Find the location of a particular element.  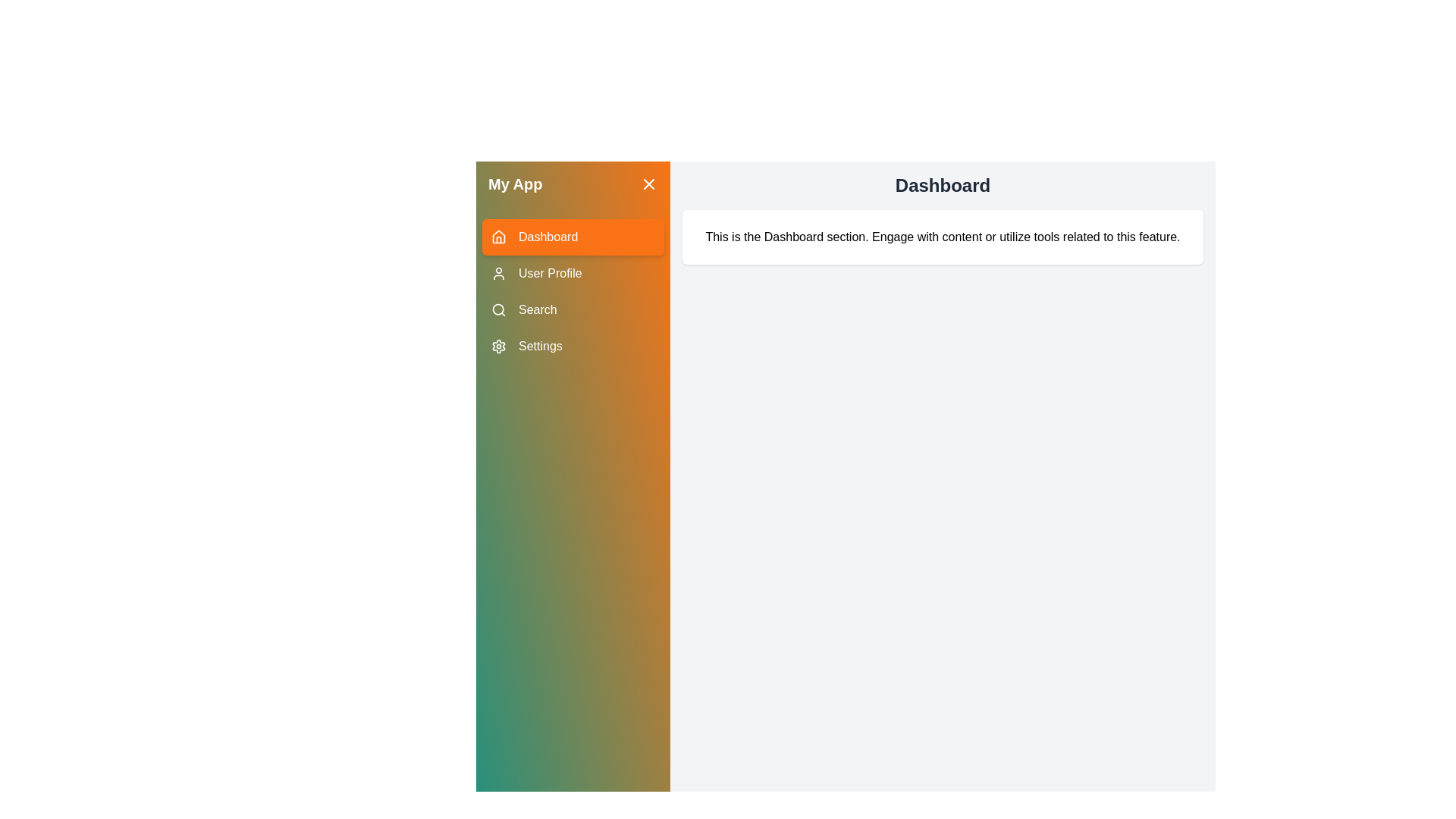

the menu item labeled Search to change the active section is located at coordinates (572, 309).